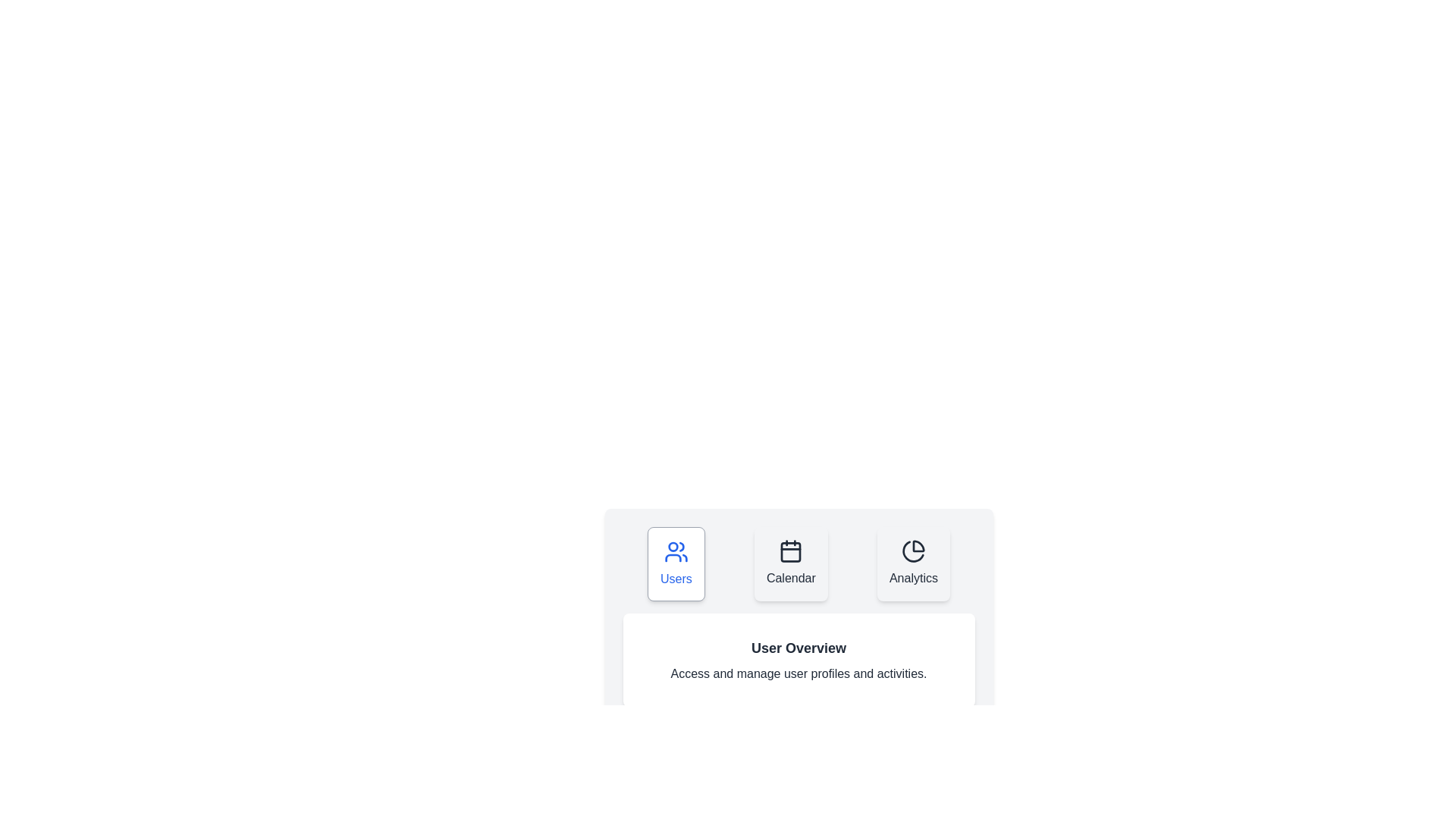 Image resolution: width=1456 pixels, height=819 pixels. I want to click on the static graphical element that is part of the calendar icon, located inside the inner portion of the icon, so click(790, 552).